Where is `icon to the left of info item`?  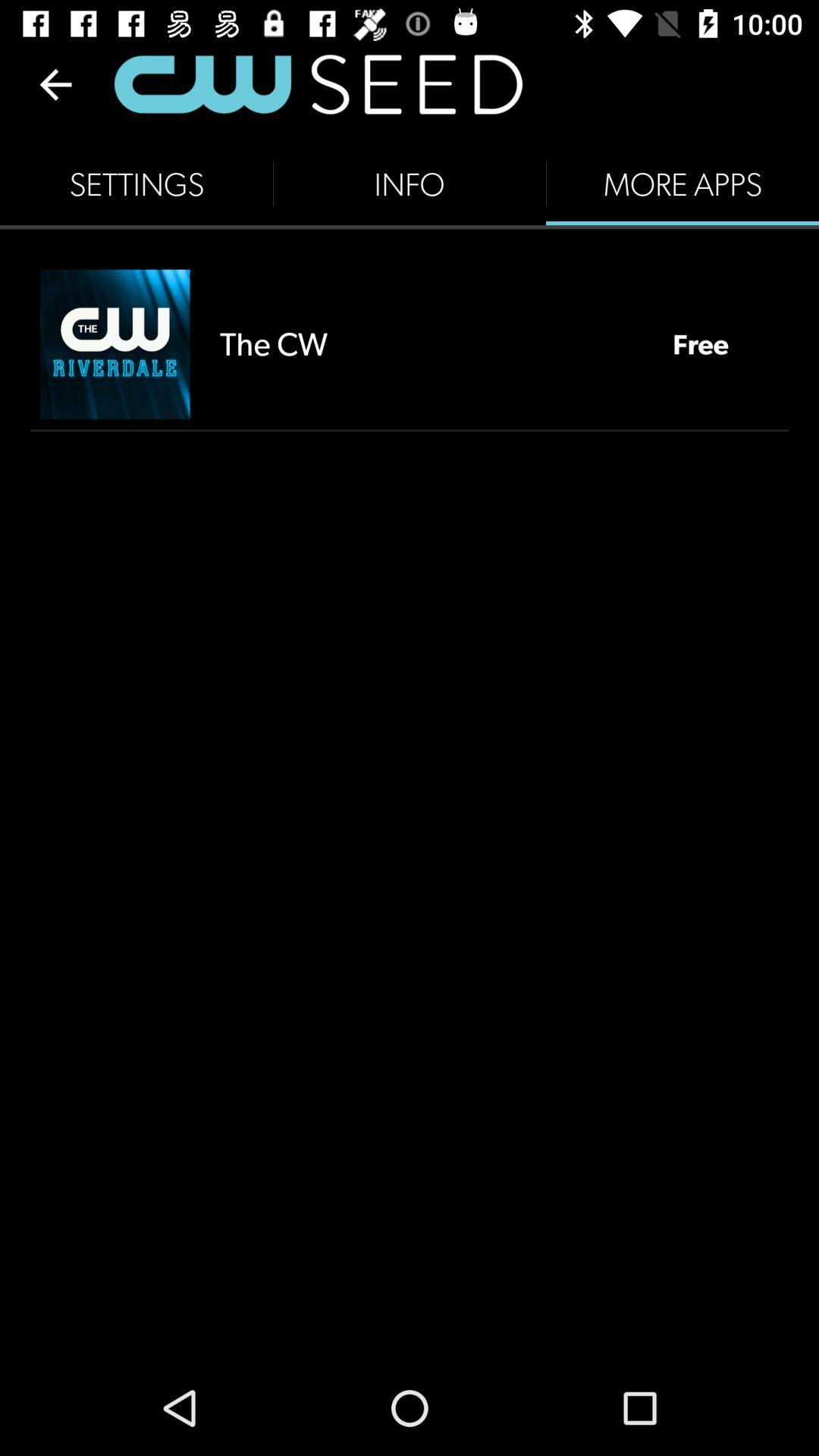
icon to the left of info item is located at coordinates (136, 184).